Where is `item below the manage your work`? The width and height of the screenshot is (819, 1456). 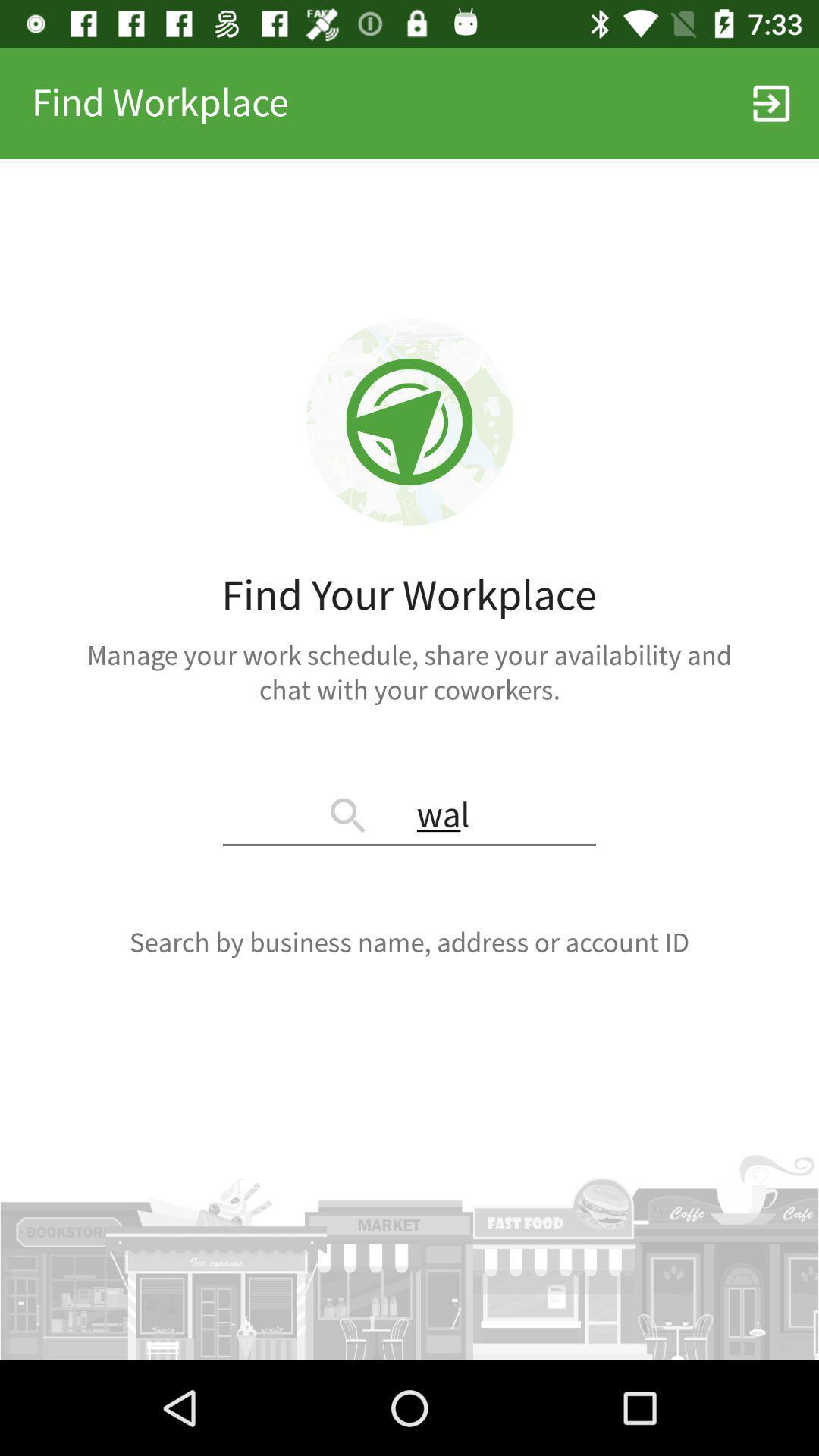 item below the manage your work is located at coordinates (409, 816).